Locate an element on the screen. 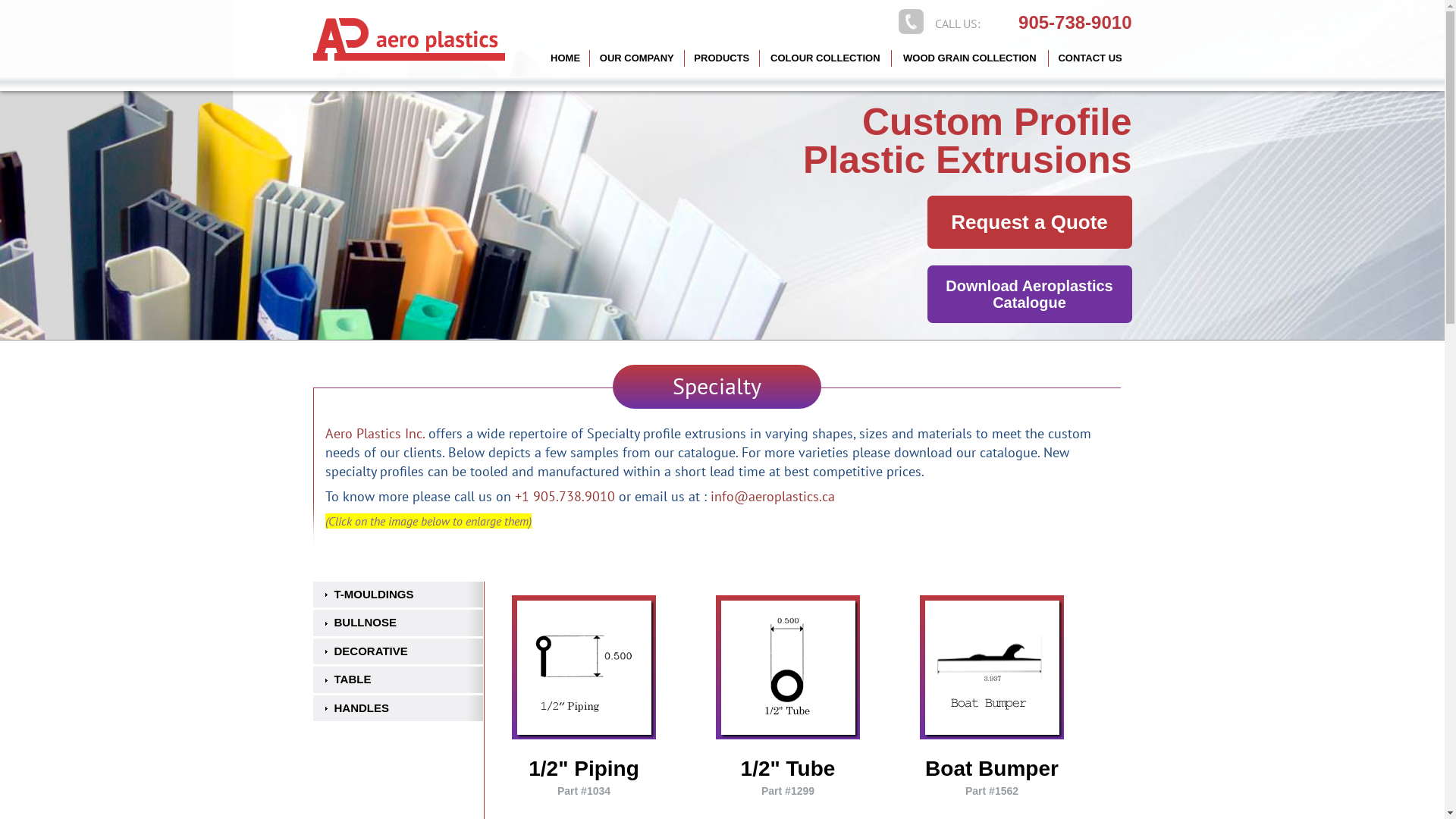  'PRODUCTS' is located at coordinates (683, 58).